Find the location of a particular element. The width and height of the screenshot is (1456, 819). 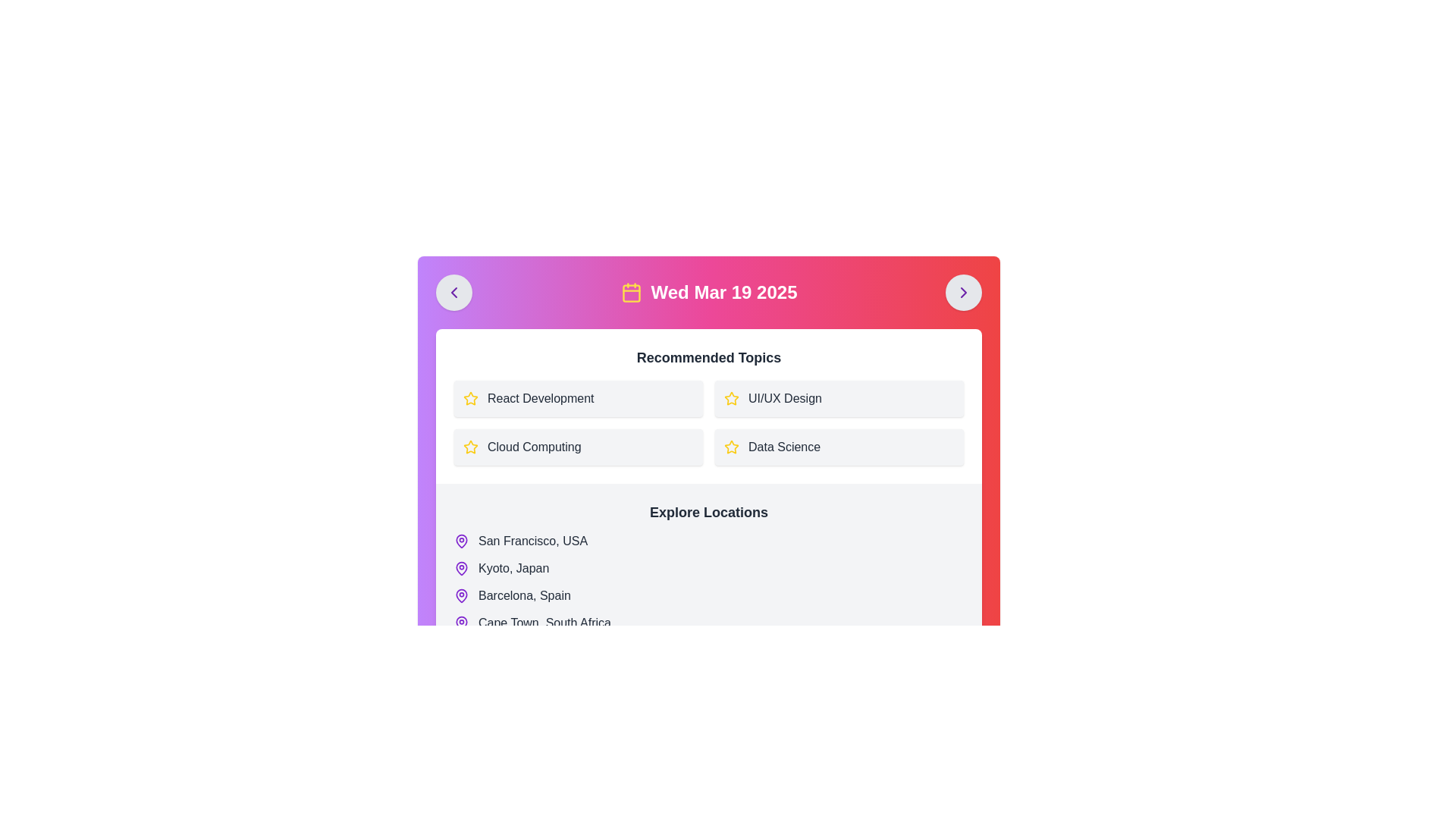

the purple map pin icon located next to 'Kyoto, Japan' in the 'Explore Locations' list is located at coordinates (461, 567).